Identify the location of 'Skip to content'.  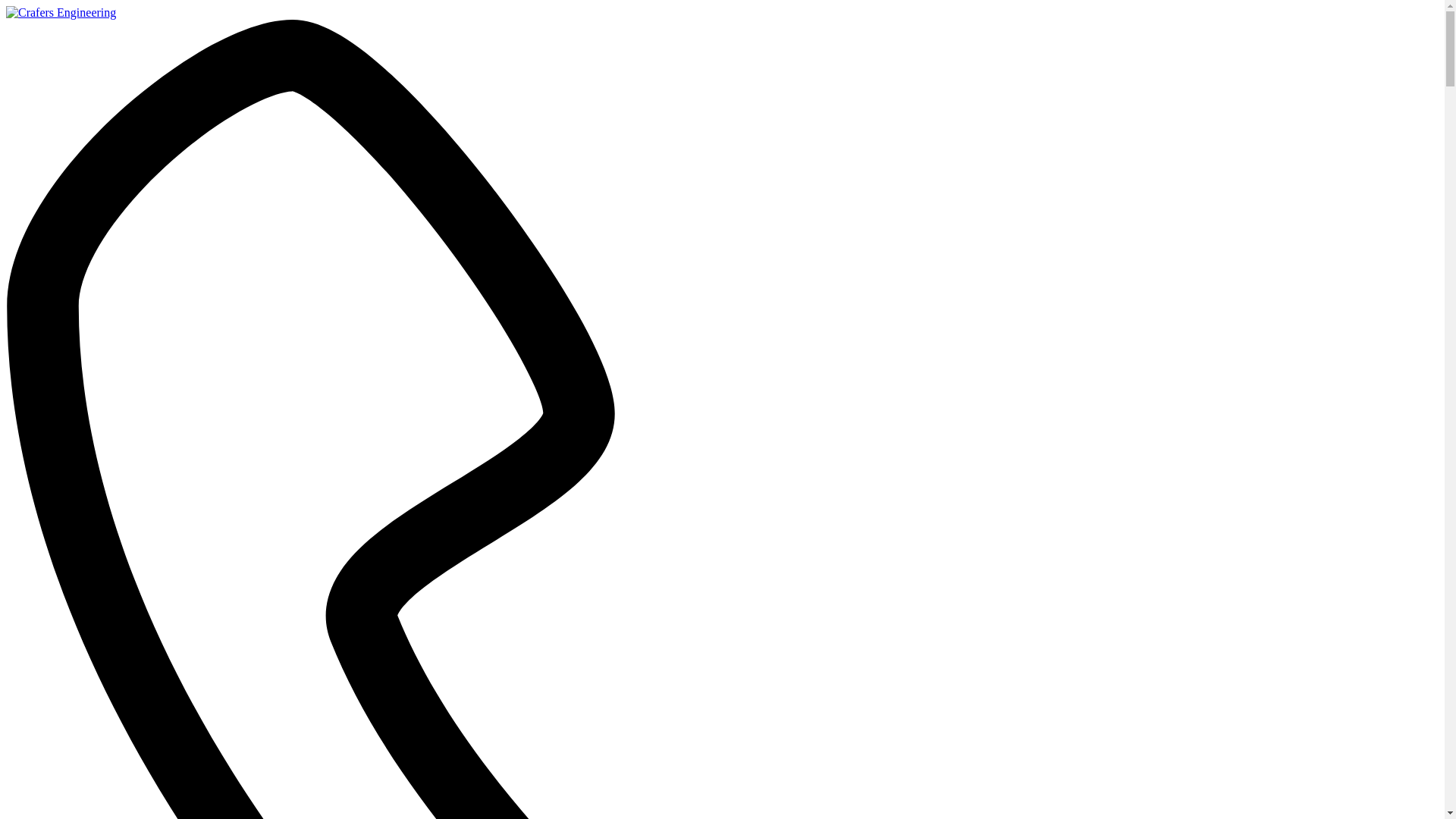
(5, 5).